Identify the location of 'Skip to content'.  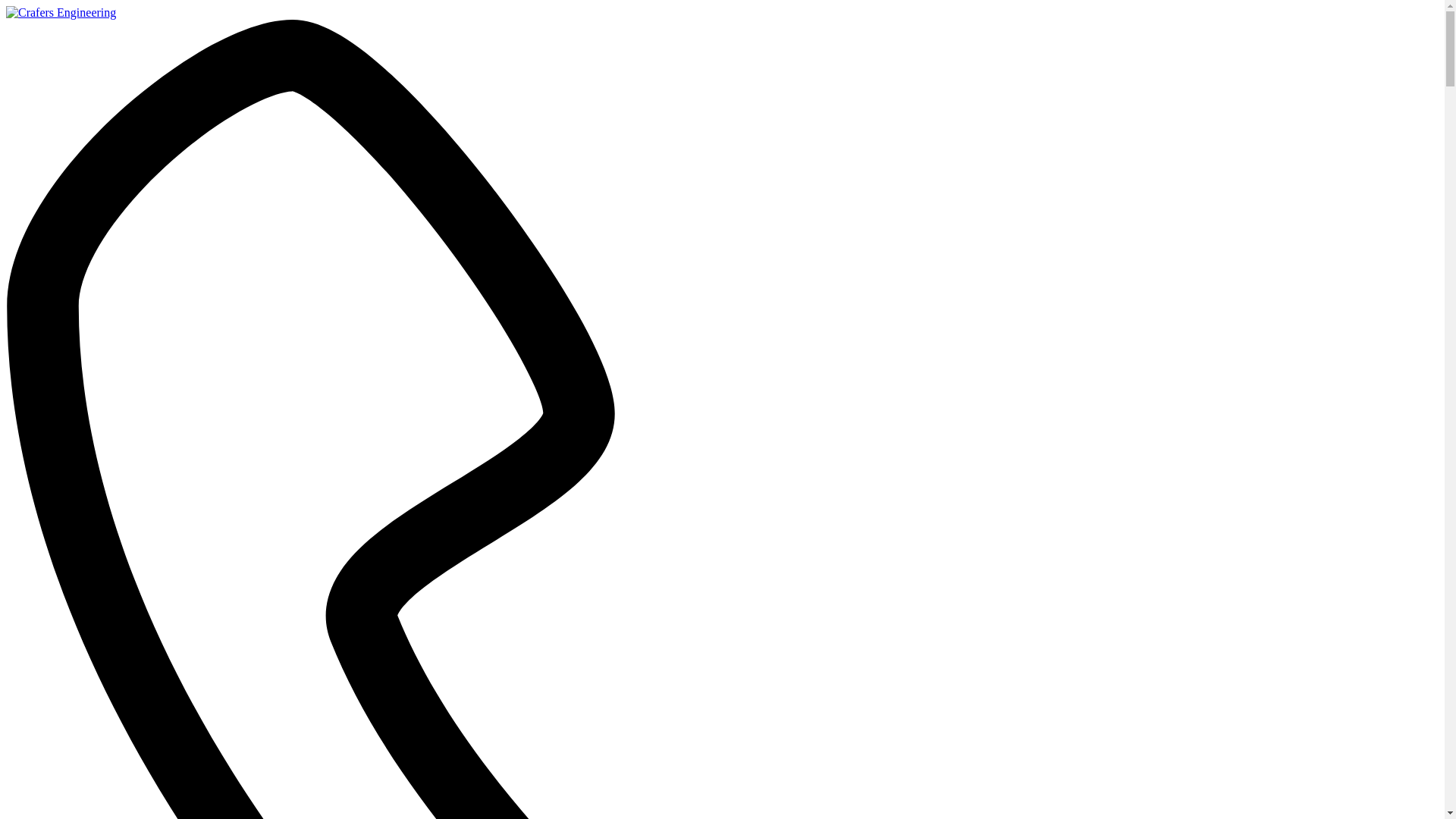
(5, 5).